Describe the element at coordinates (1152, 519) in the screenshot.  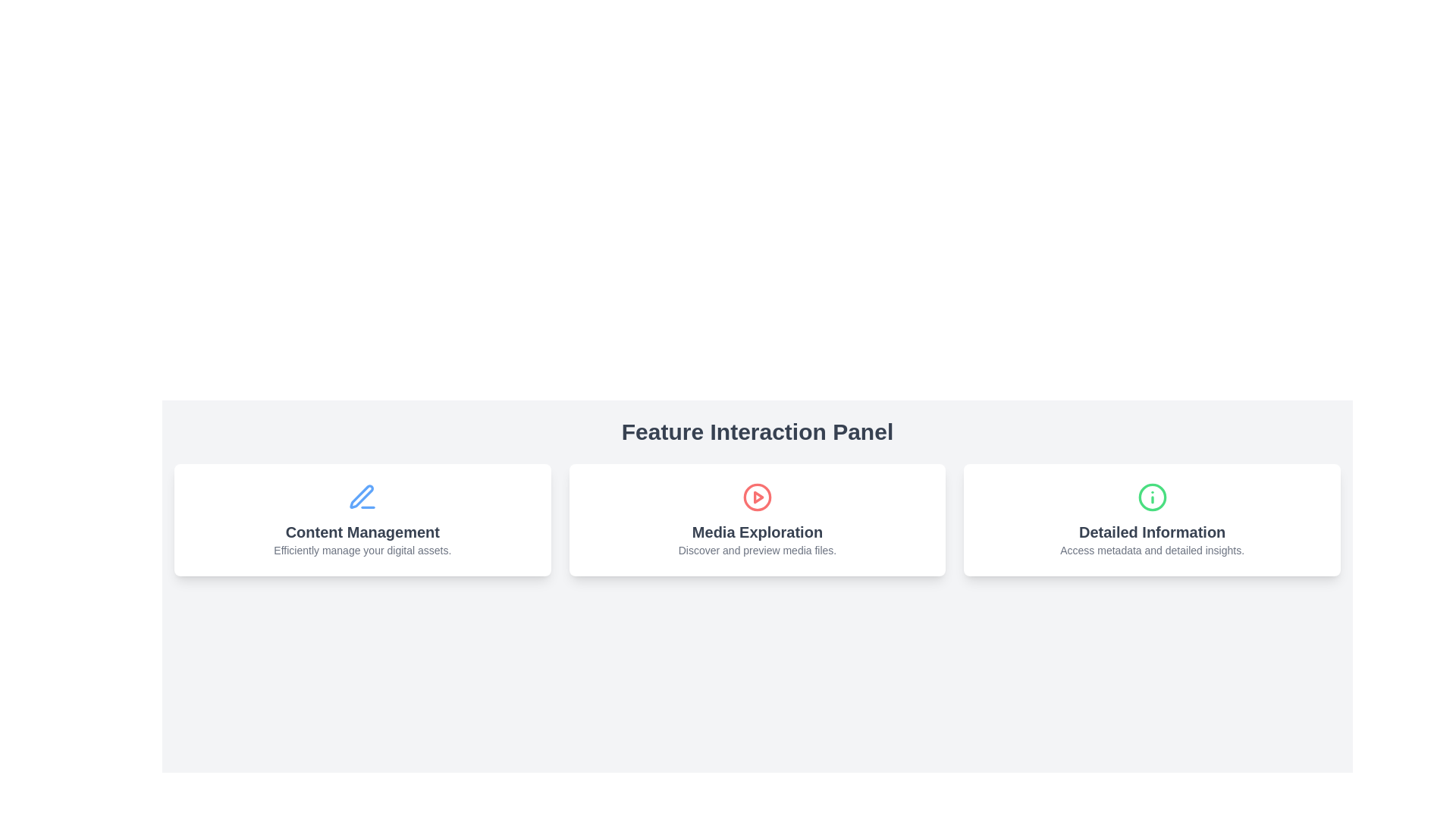
I see `the Information Card, which has a white background, rounded corners, a green icon at the top, and bold text reading 'Detailed Information'` at that location.